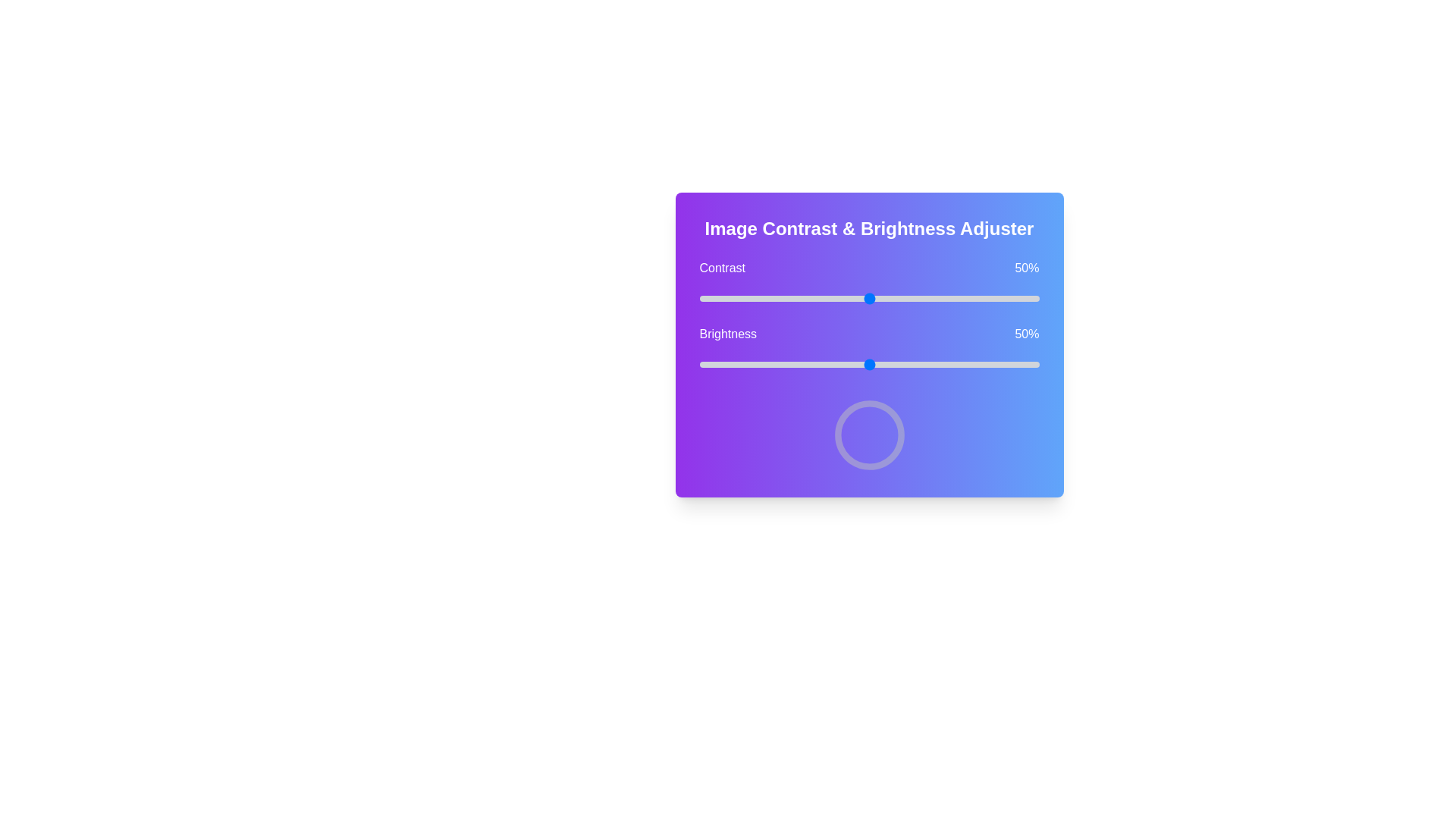  Describe the element at coordinates (852, 365) in the screenshot. I see `the brightness slider to 45%` at that location.